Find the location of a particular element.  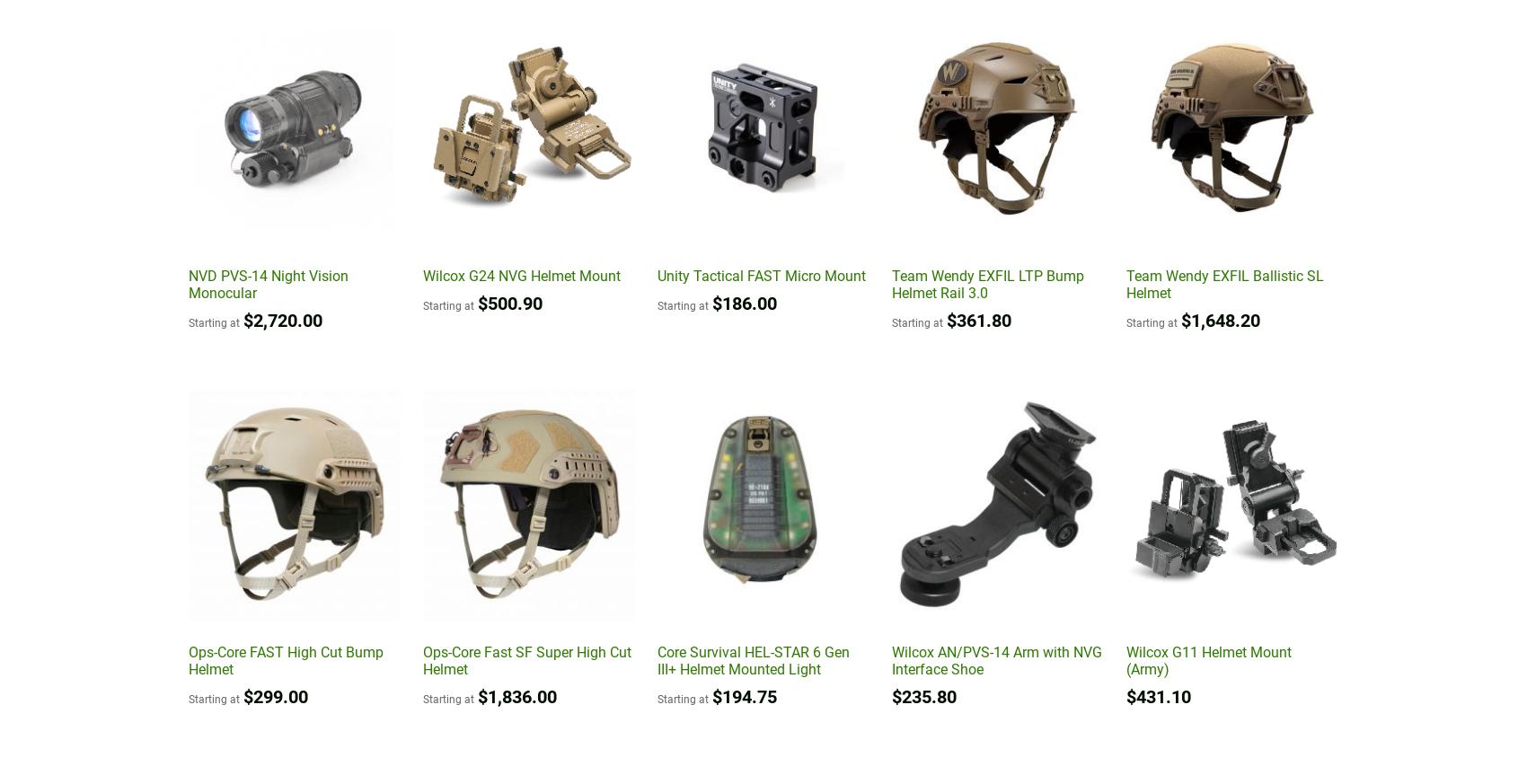

'$361.80' is located at coordinates (946, 319).